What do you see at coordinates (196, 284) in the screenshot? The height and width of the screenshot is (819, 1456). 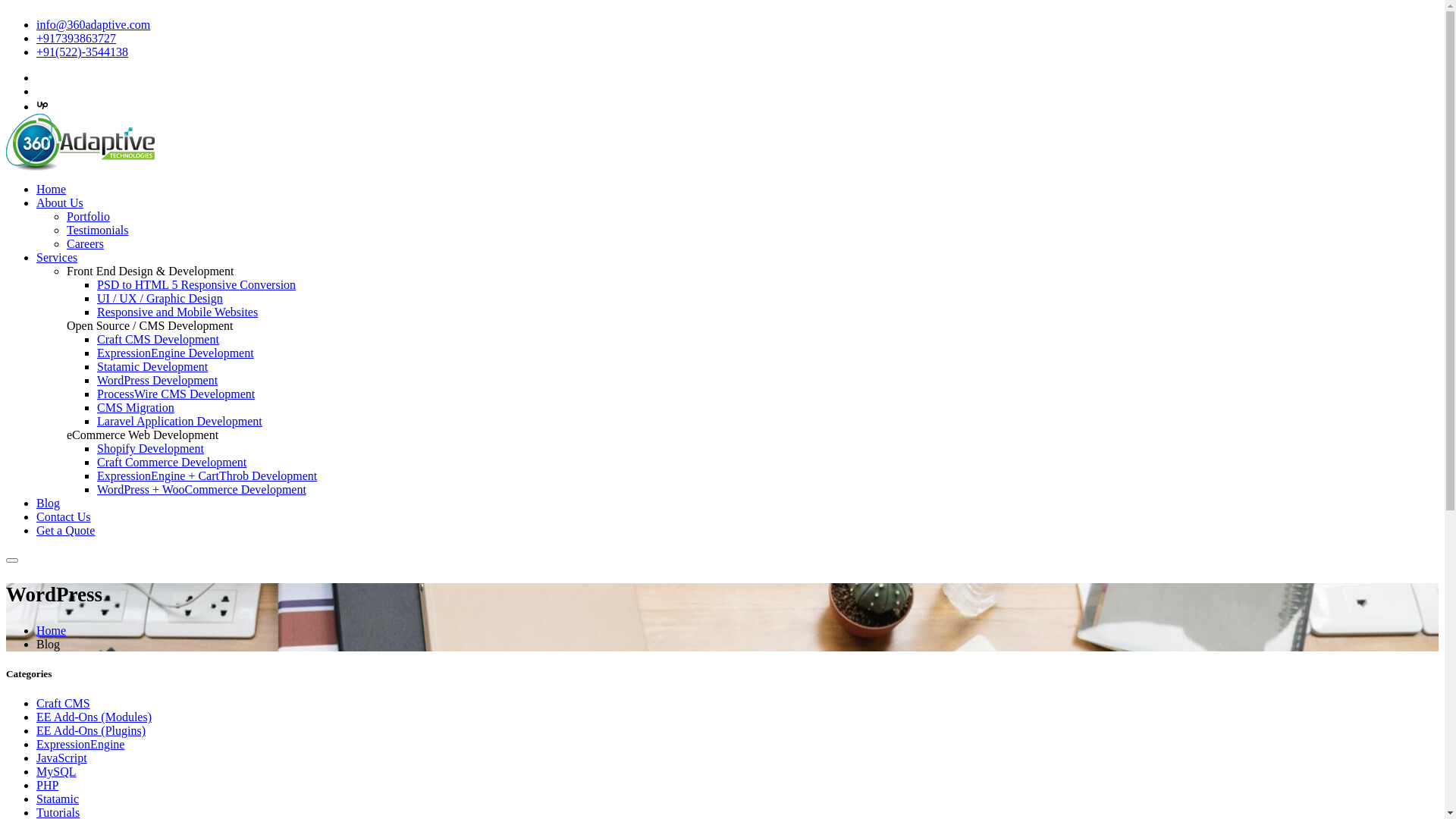 I see `'PSD to HTML 5 Responsive Conversion'` at bounding box center [196, 284].